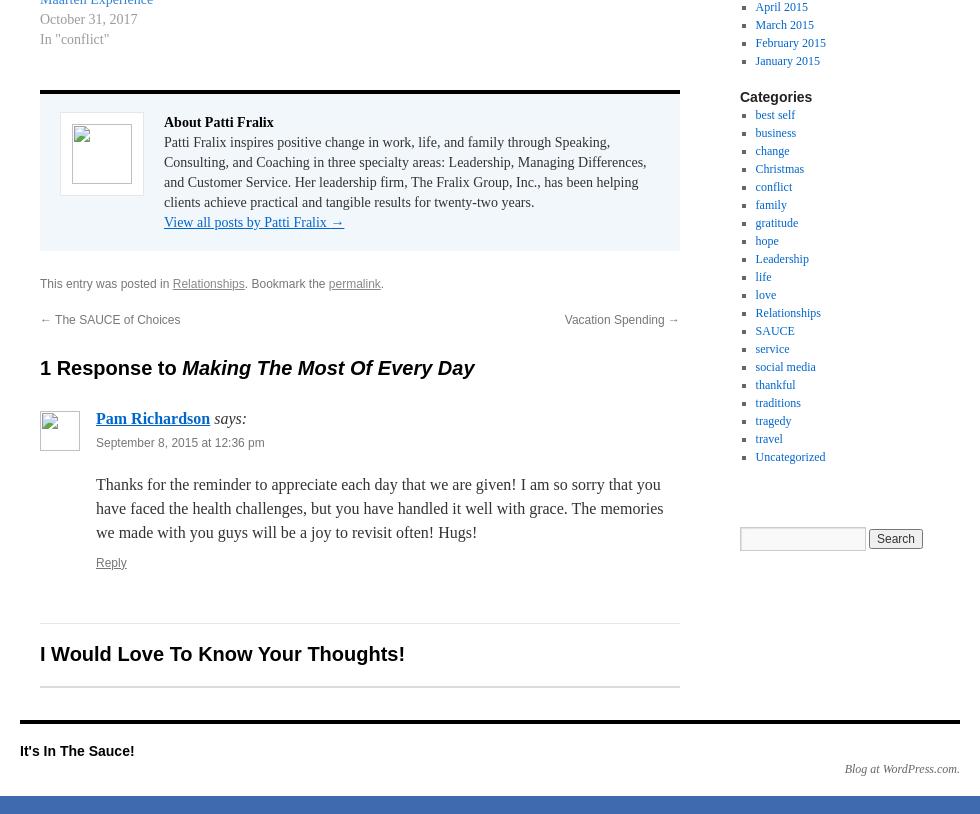 The image size is (980, 814). I want to click on 'social media', so click(784, 367).